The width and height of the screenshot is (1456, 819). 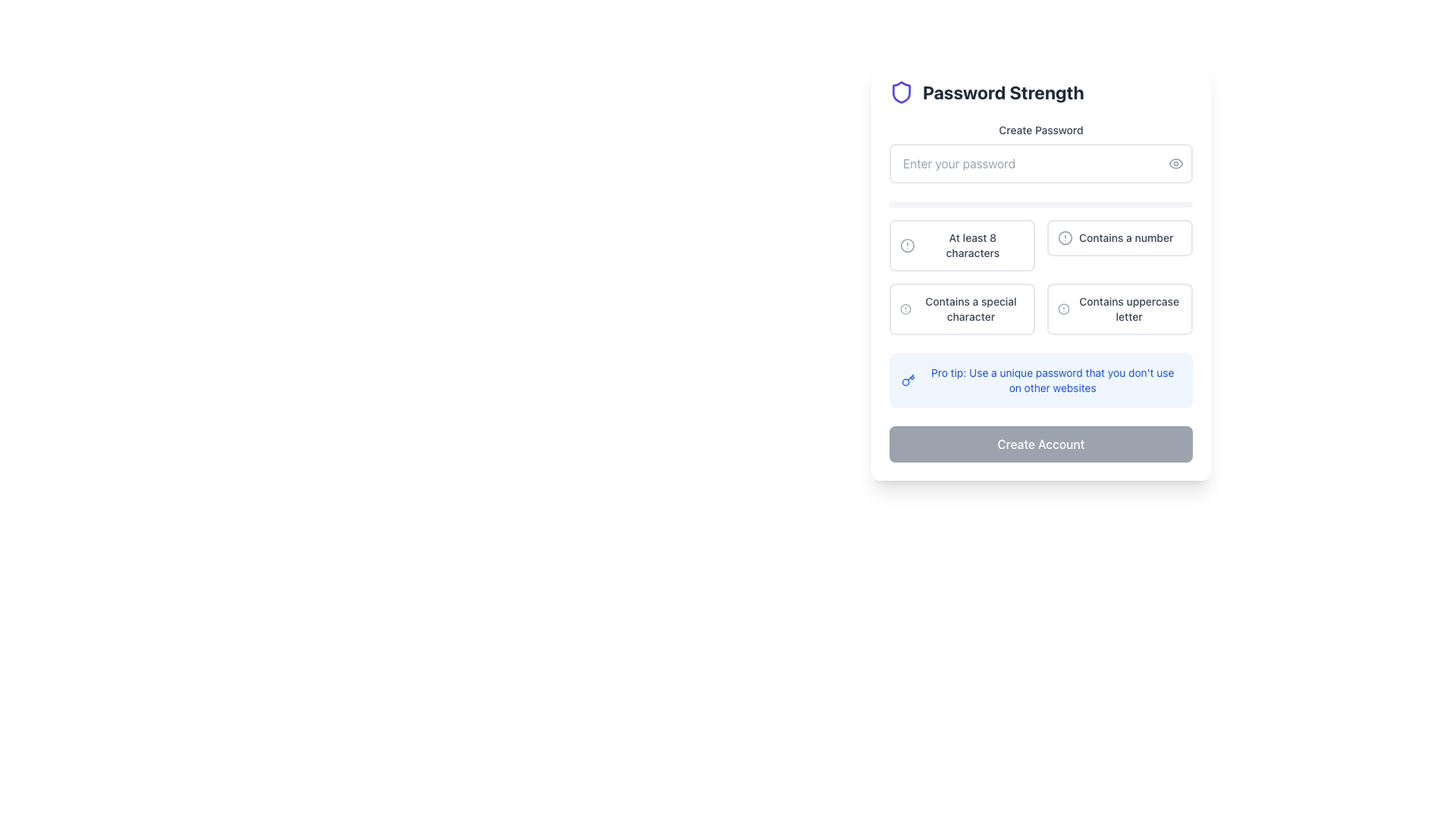 I want to click on the informational box indicating that the password must contain at least one numeric character, positioned in the second column of the first row of the validation criteria grid, so click(x=1120, y=237).